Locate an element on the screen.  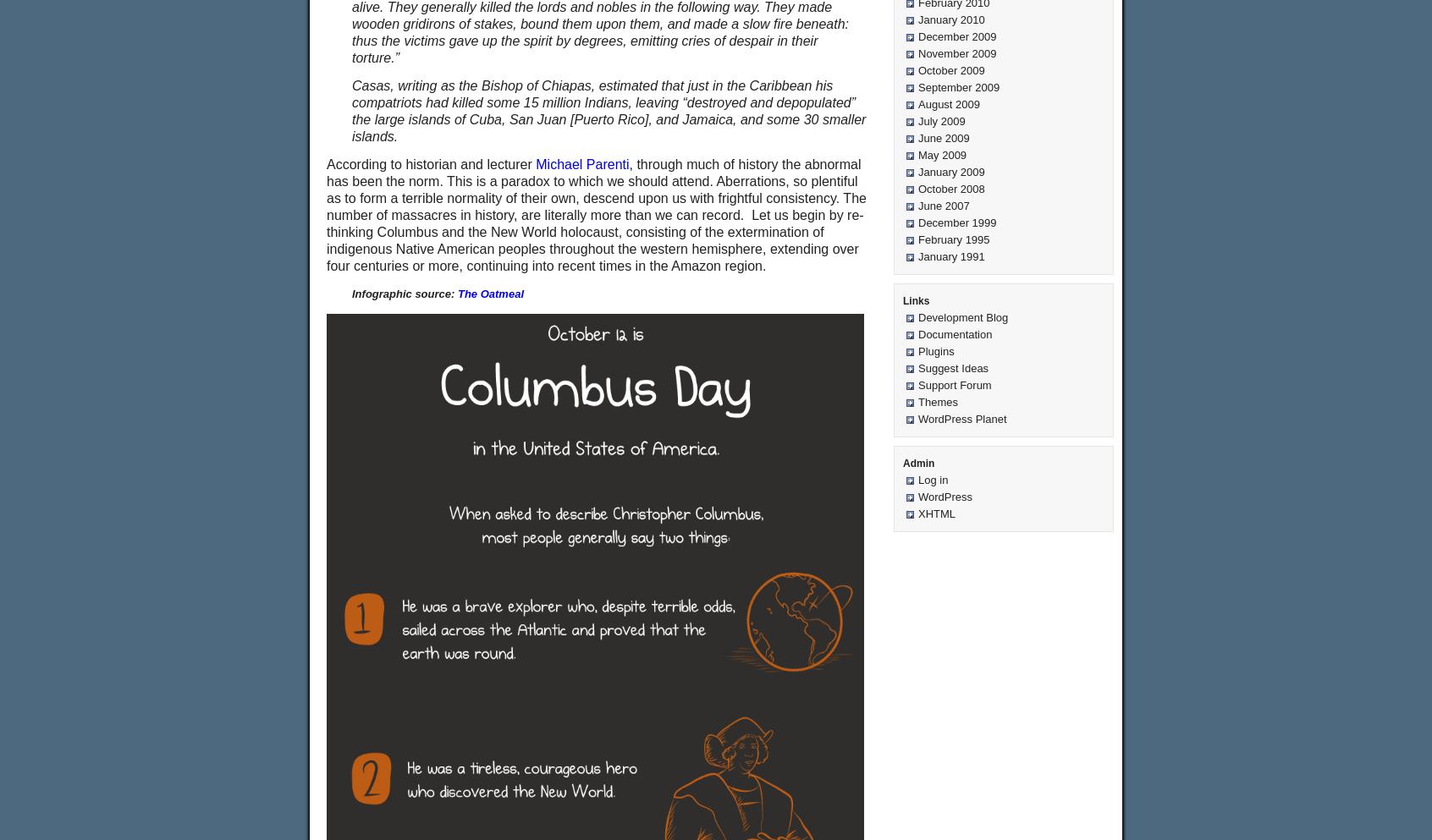
'November 2009' is located at coordinates (956, 53).